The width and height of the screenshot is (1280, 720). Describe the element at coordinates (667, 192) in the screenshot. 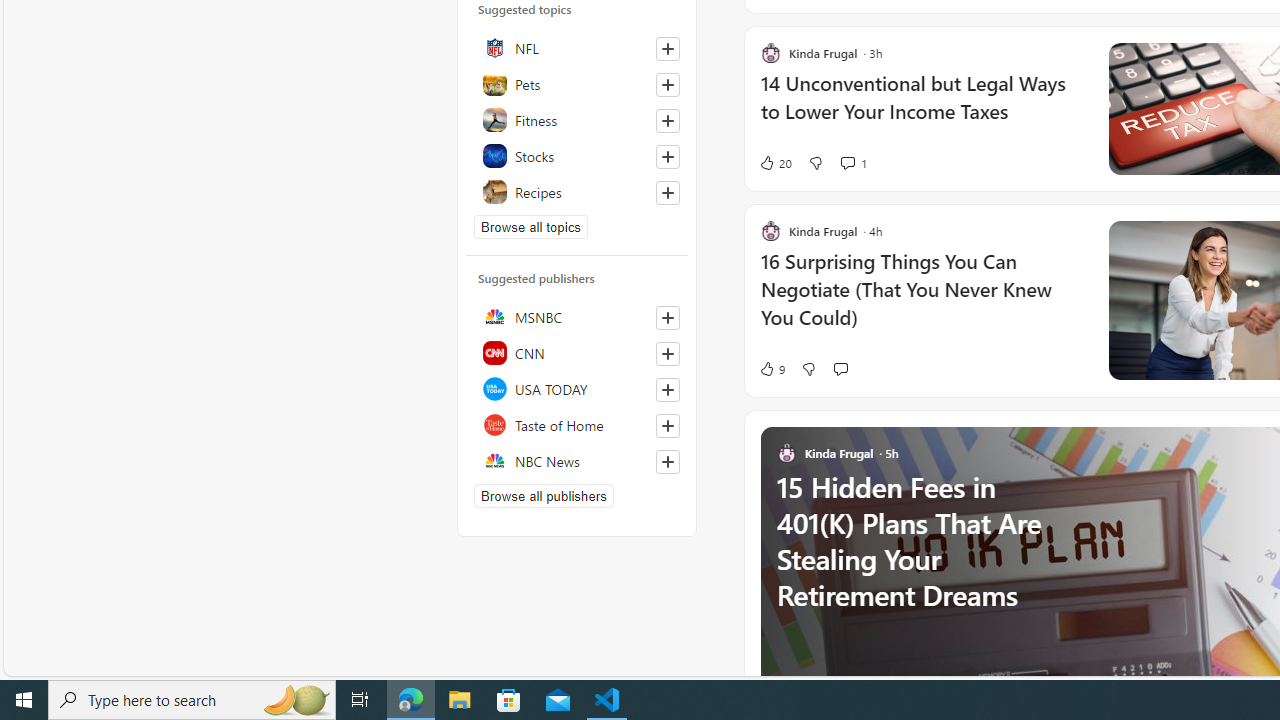

I see `'Follow this topic'` at that location.